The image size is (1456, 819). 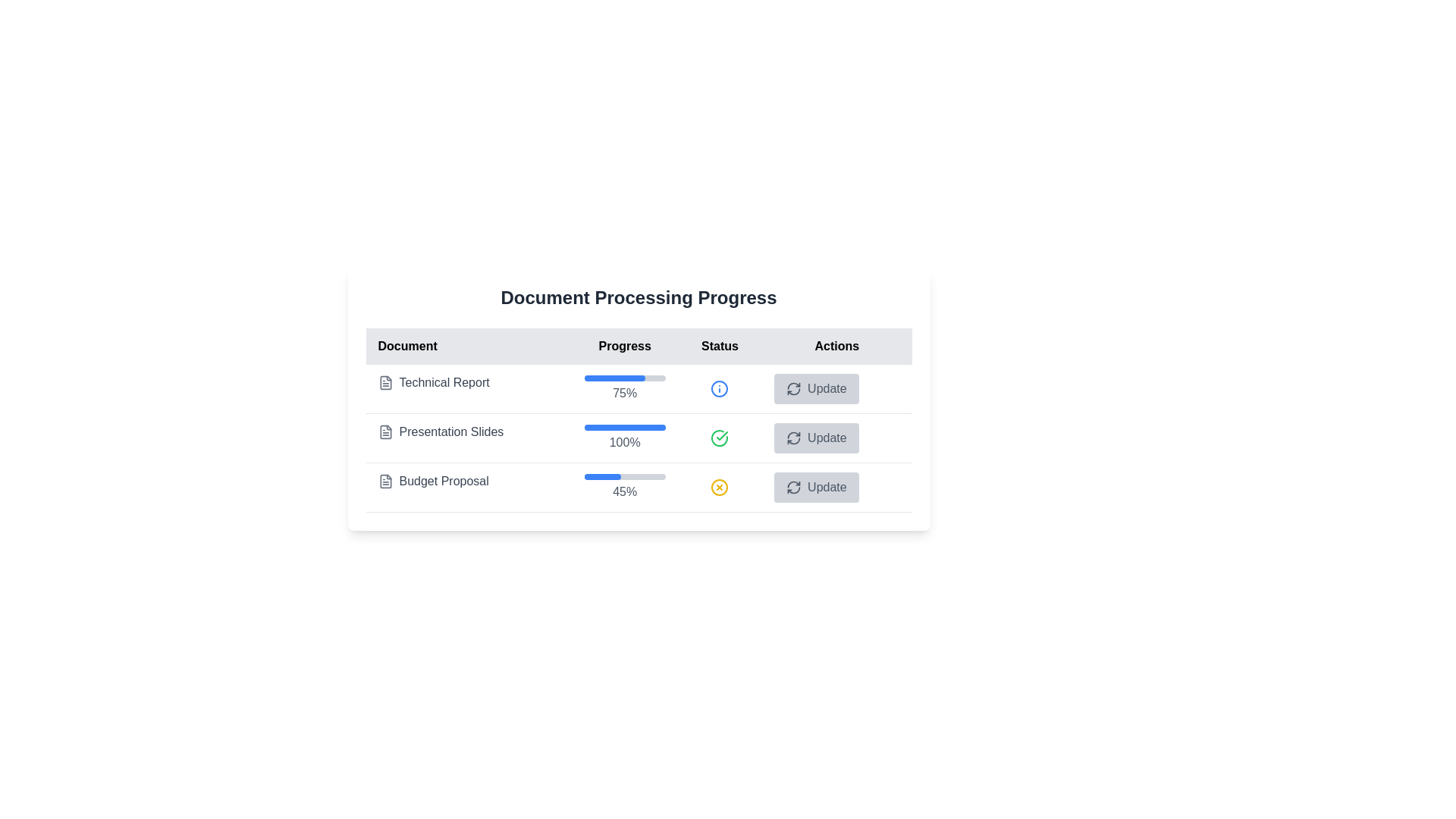 I want to click on the button that contains the refresh icon for the 'Presentation Slides' entry to interact via keyboard, so click(x=793, y=388).